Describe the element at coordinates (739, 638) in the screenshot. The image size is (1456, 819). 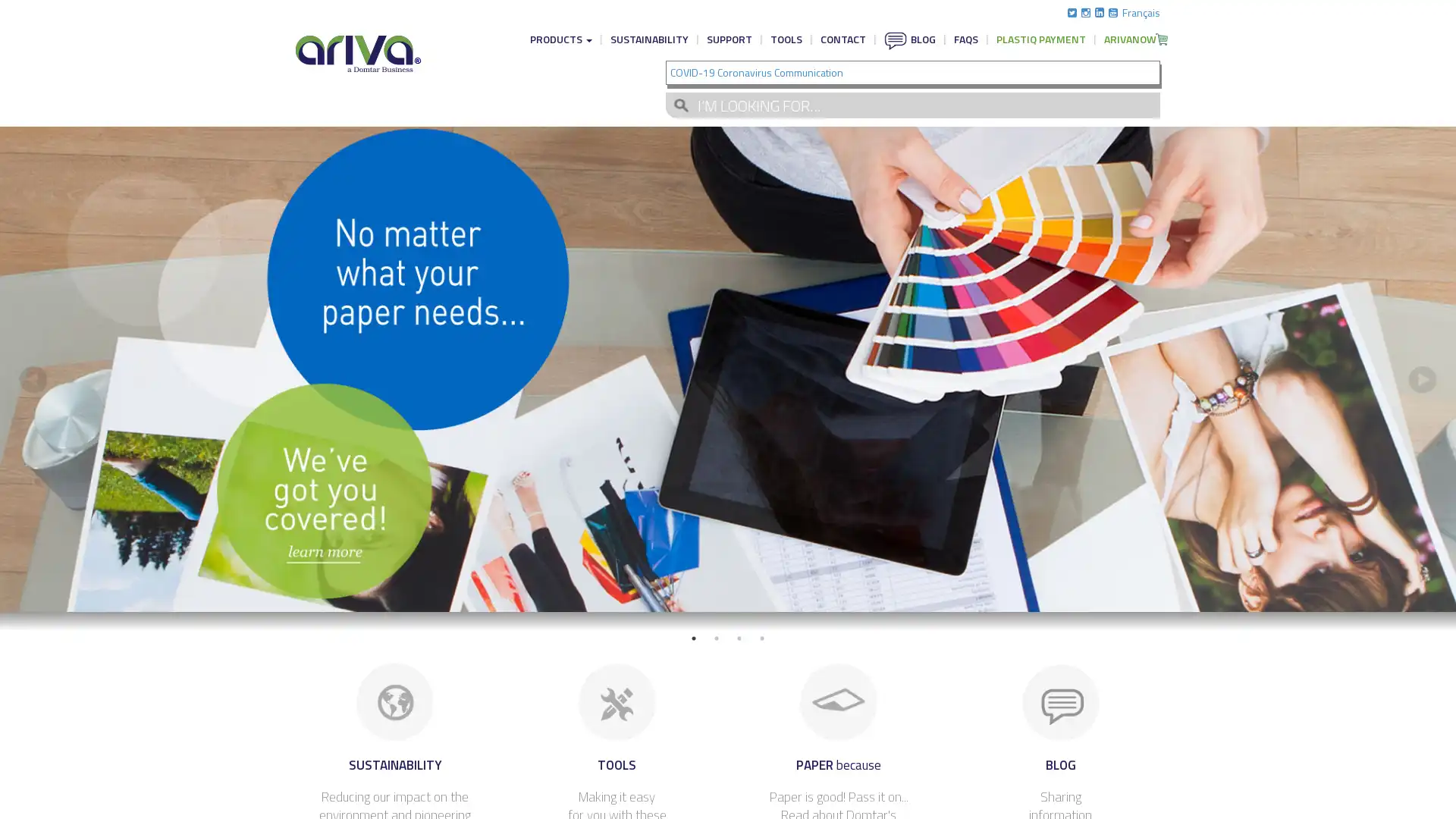
I see `3` at that location.